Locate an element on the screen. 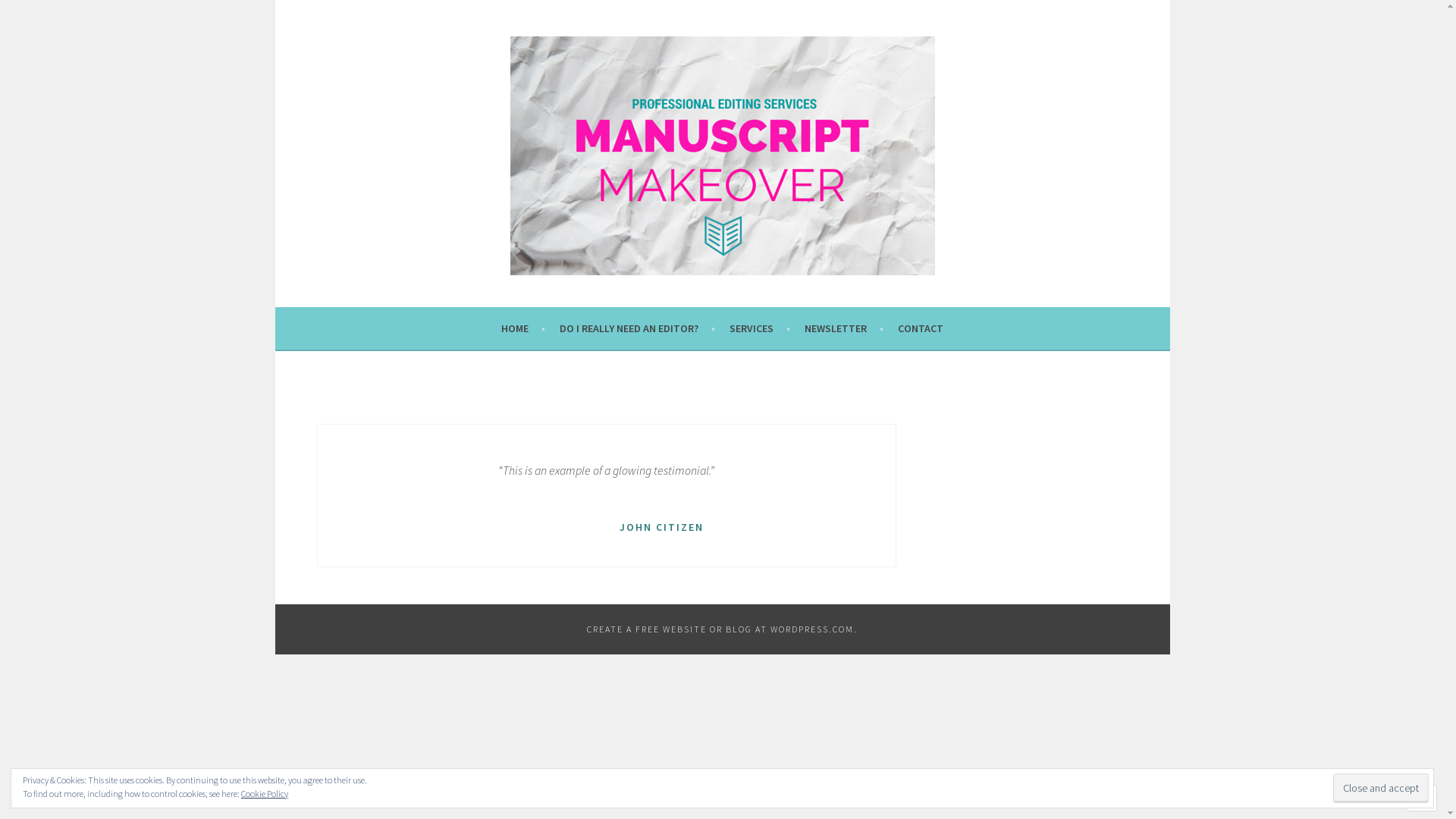  'CONTACT' is located at coordinates (920, 327).